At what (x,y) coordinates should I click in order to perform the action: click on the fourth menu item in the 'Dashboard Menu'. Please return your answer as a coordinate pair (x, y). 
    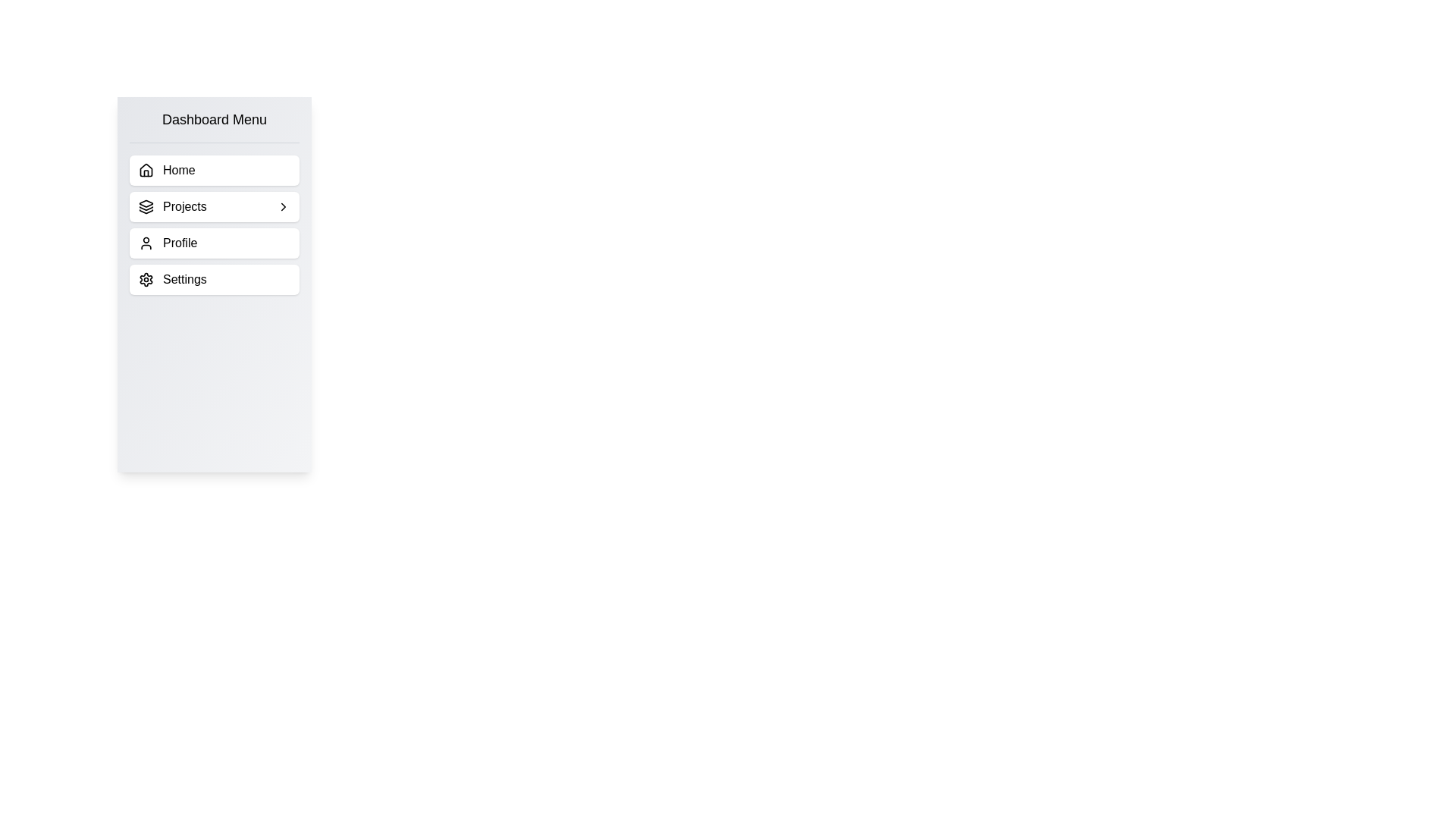
    Looking at the image, I should click on (214, 280).